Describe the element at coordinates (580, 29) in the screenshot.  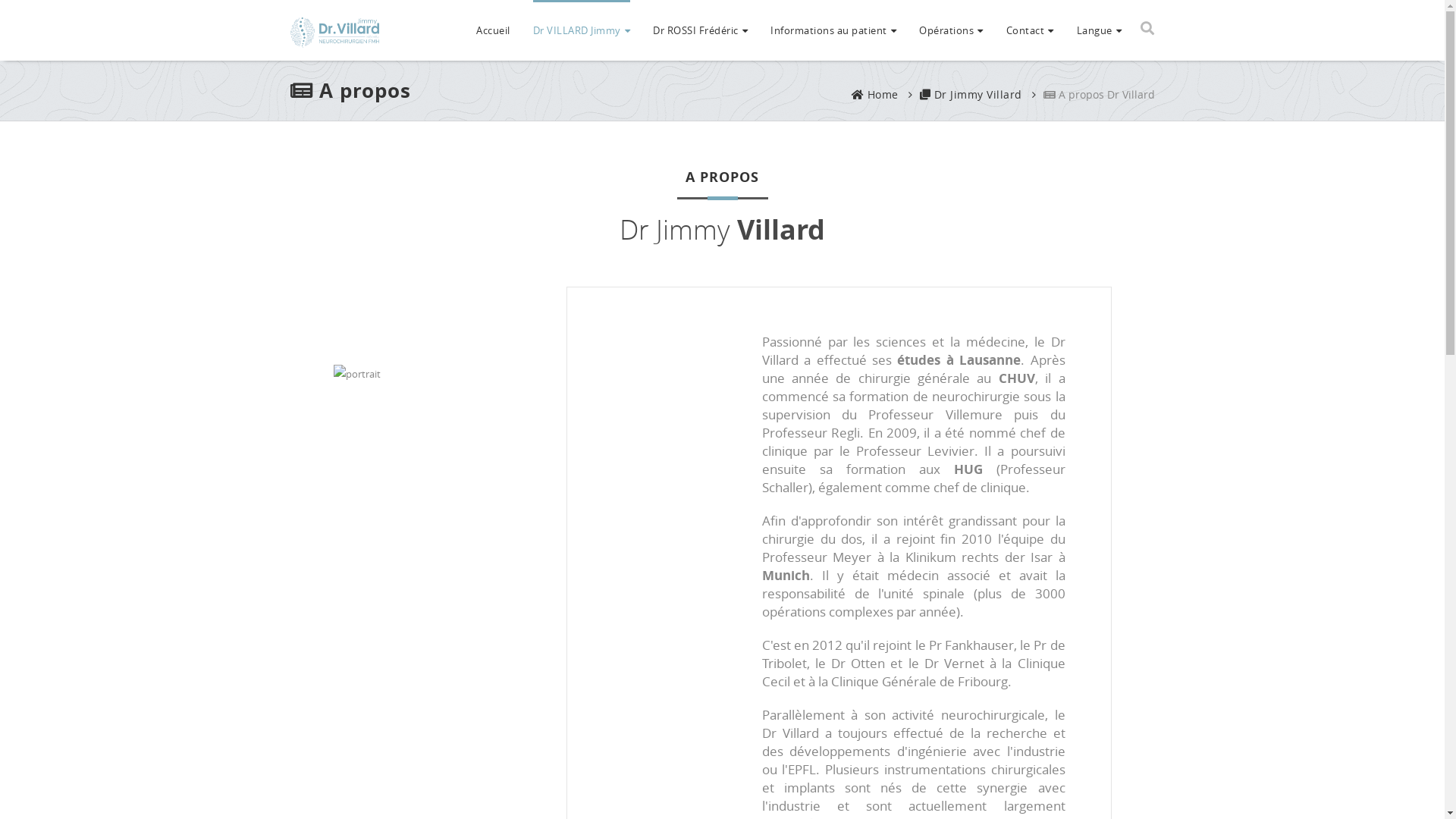
I see `'Dr VILLARD Jimmy'` at that location.